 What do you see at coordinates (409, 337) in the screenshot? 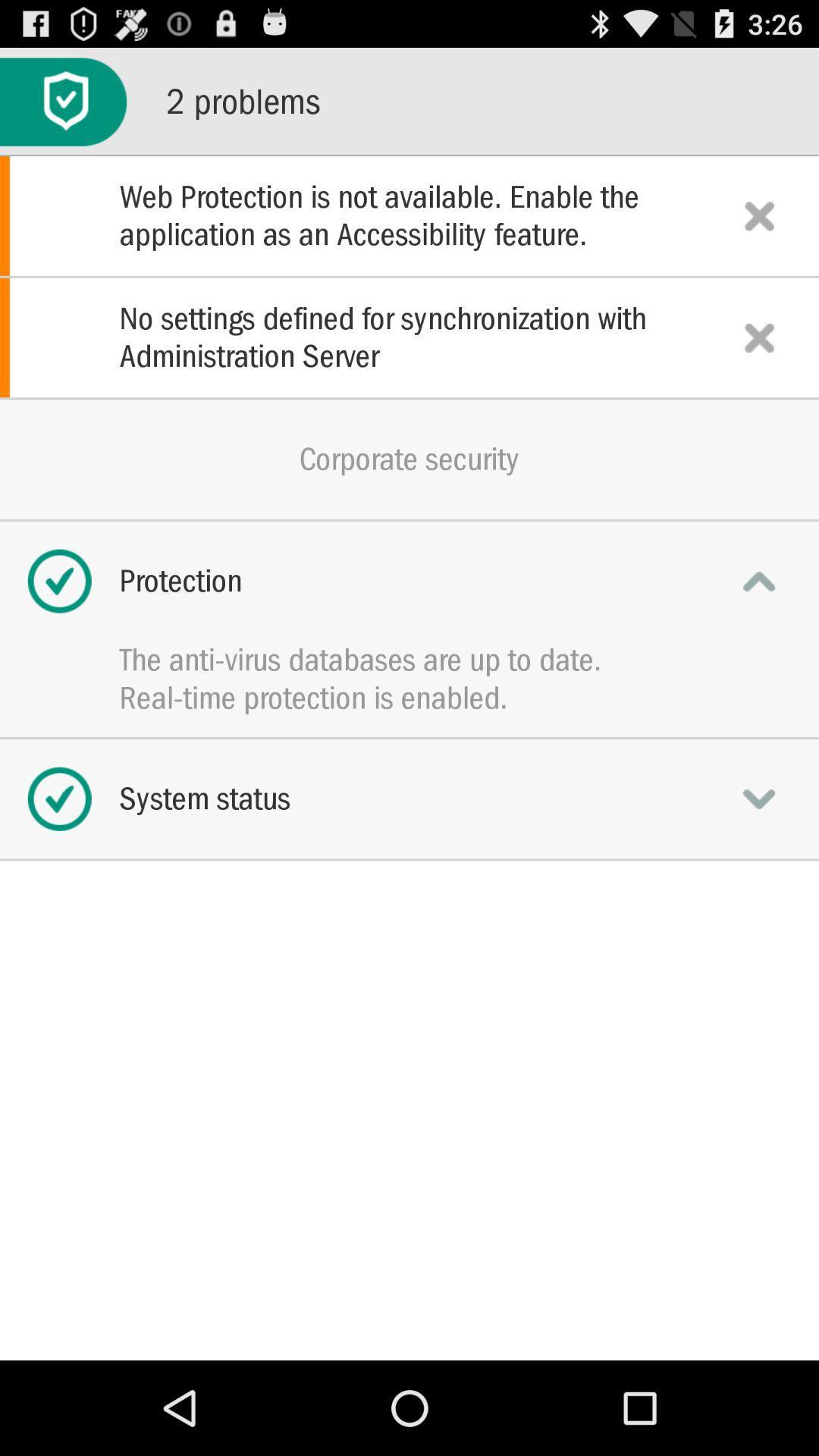
I see `no settings defined item` at bounding box center [409, 337].